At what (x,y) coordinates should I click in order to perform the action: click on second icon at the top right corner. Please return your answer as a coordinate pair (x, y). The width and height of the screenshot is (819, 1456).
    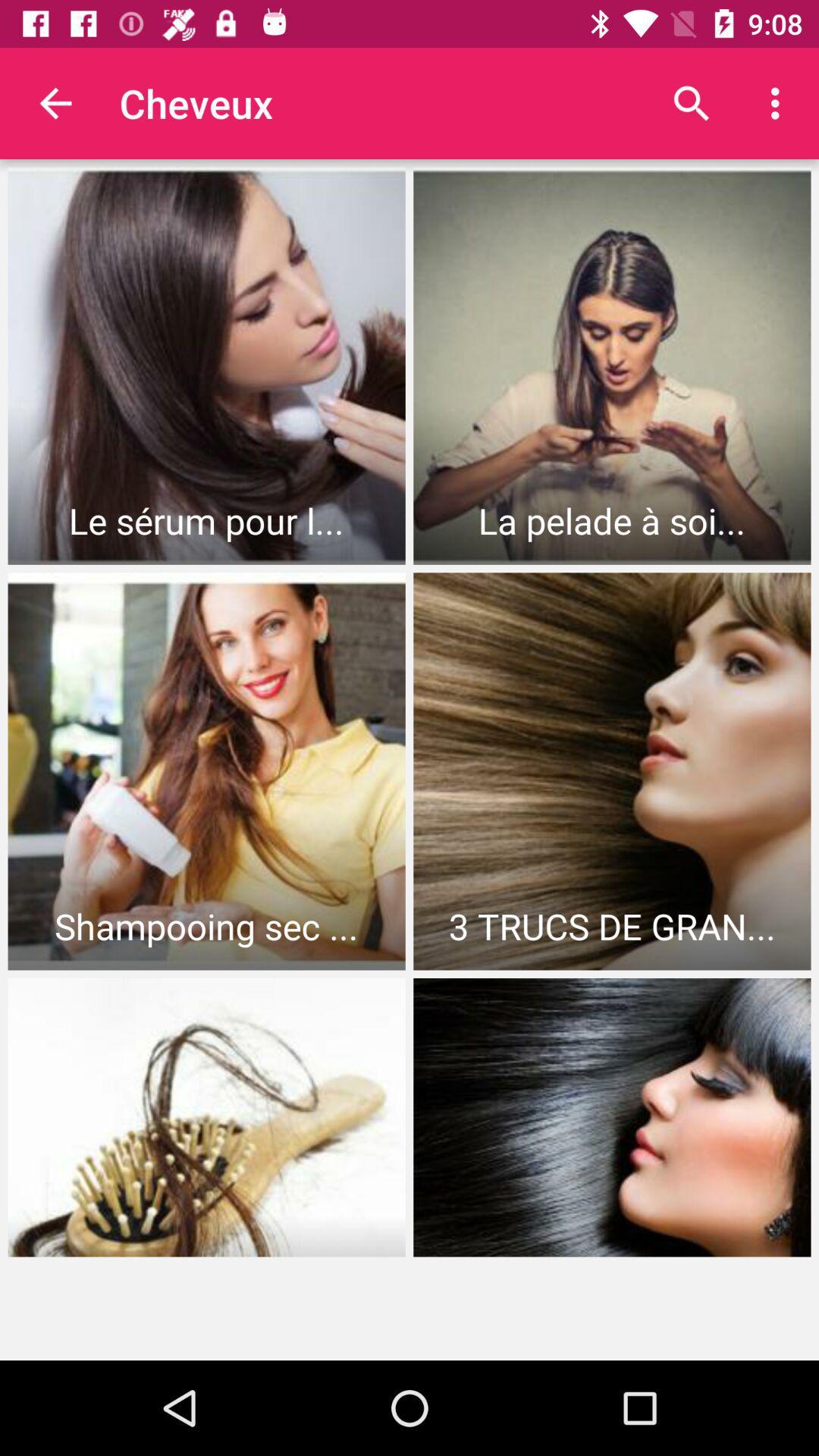
    Looking at the image, I should click on (779, 103).